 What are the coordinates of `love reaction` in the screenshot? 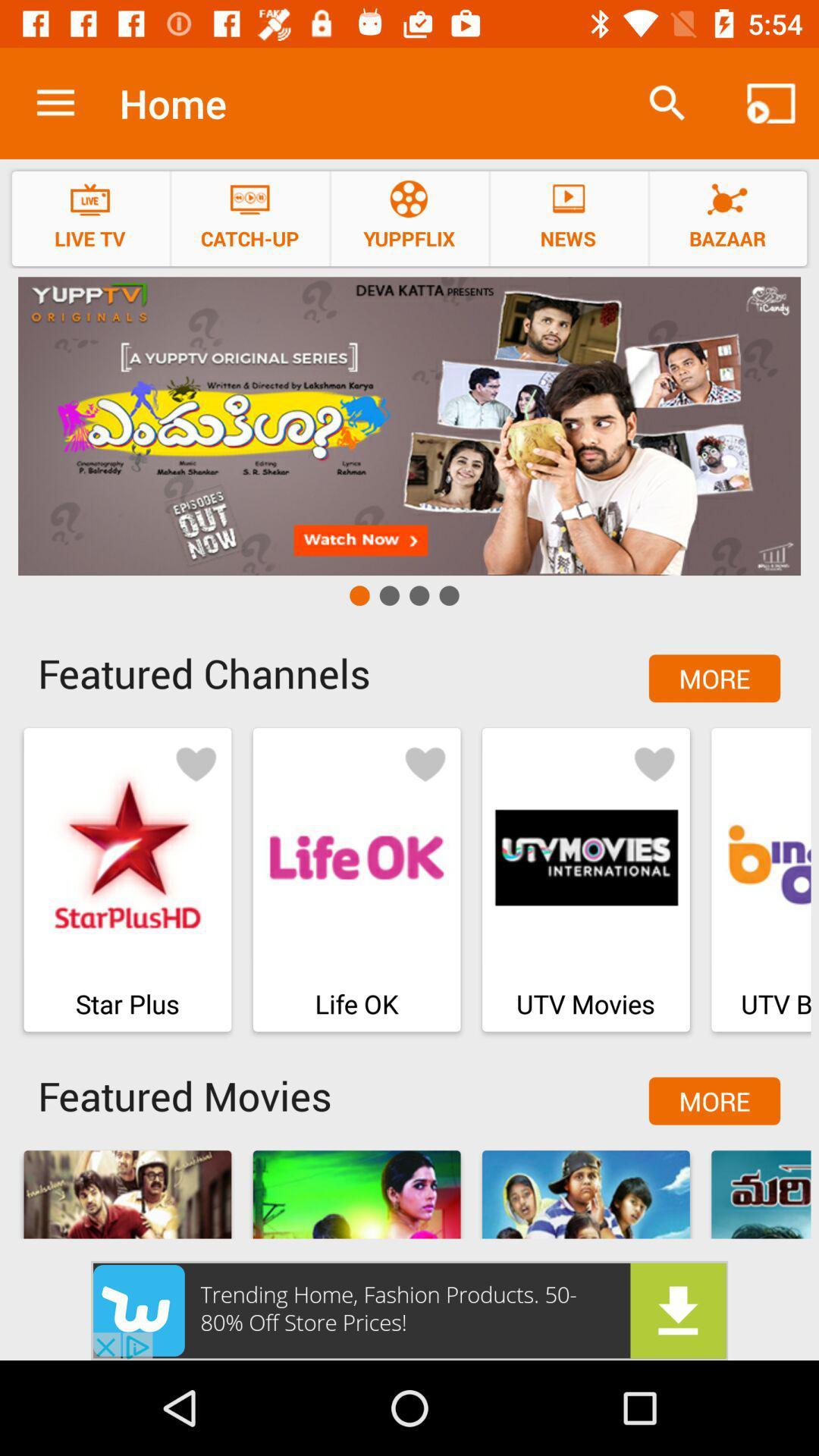 It's located at (425, 763).